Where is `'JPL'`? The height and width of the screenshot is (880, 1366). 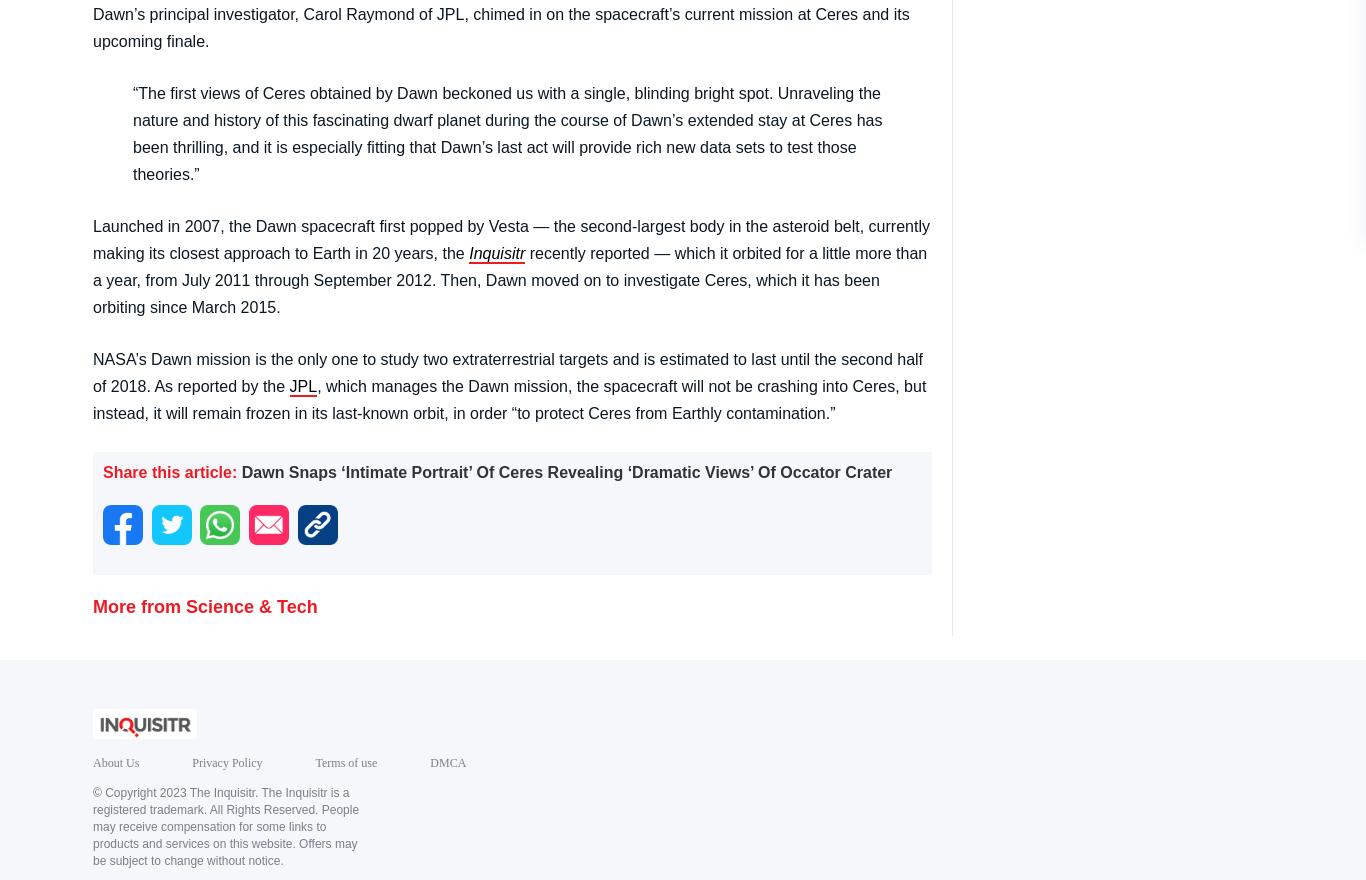 'JPL' is located at coordinates (302, 384).